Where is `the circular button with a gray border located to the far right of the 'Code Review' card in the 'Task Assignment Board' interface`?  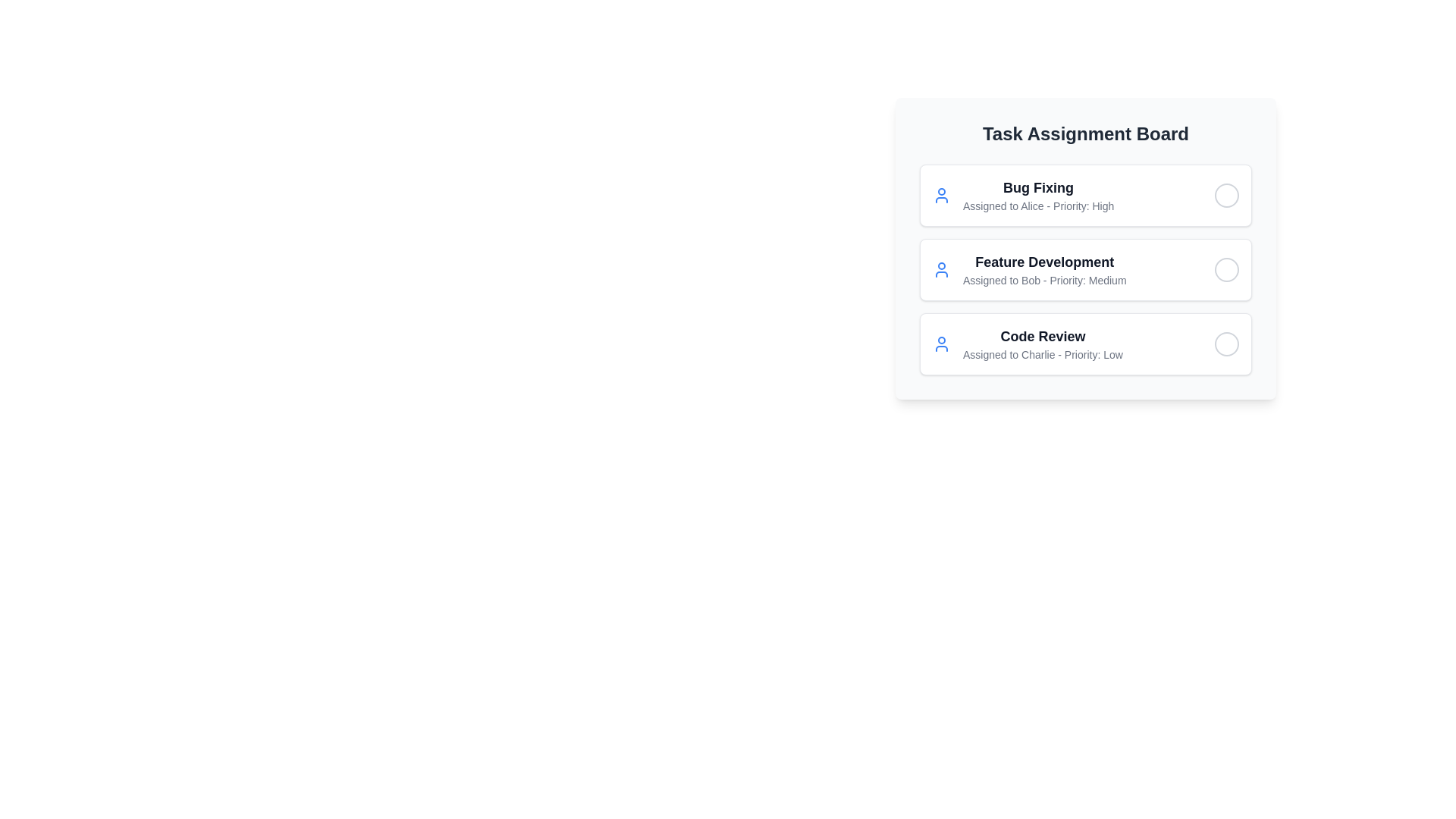
the circular button with a gray border located to the far right of the 'Code Review' card in the 'Task Assignment Board' interface is located at coordinates (1226, 344).